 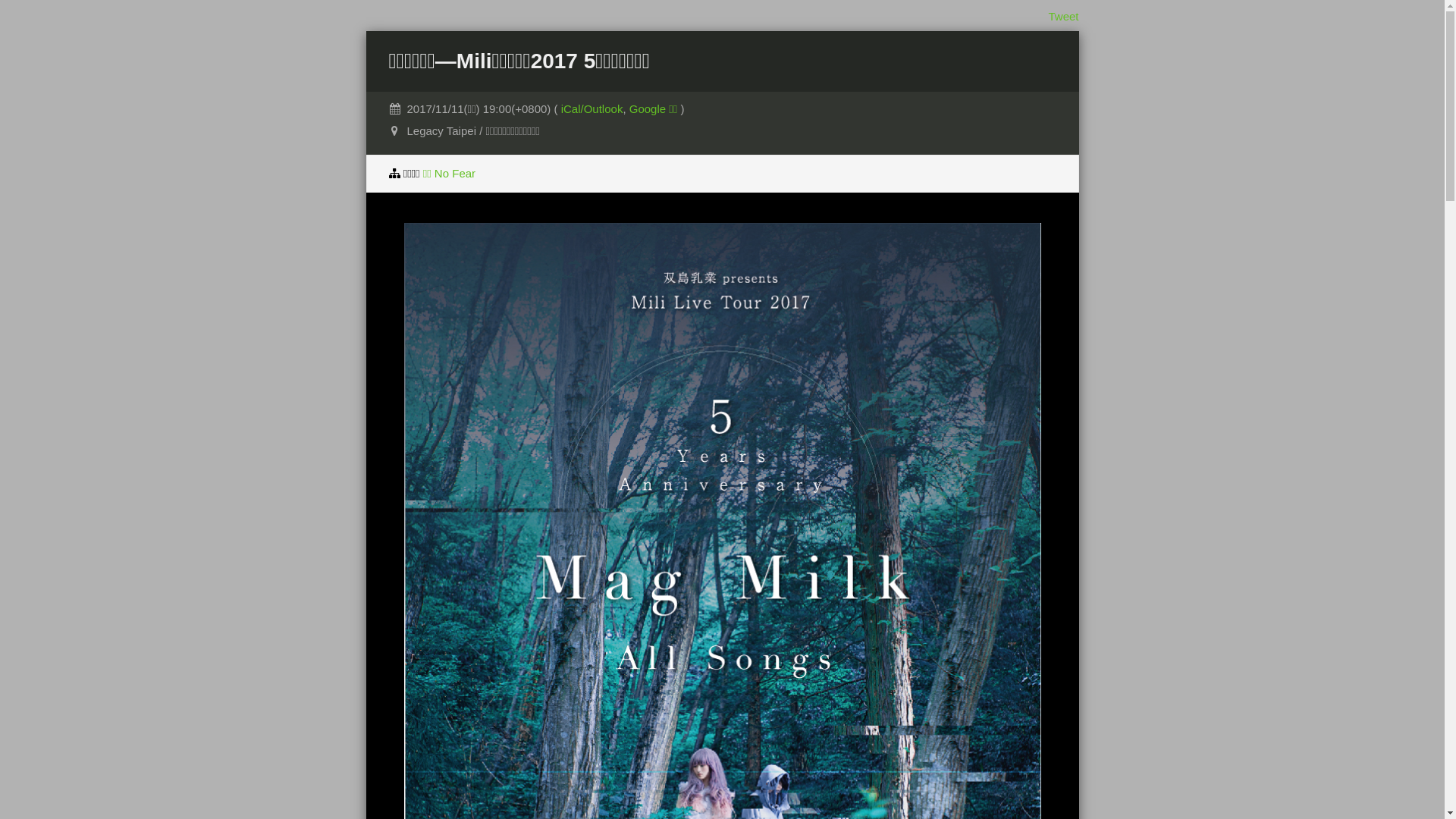 What do you see at coordinates (591, 108) in the screenshot?
I see `'iCal/Outlook'` at bounding box center [591, 108].